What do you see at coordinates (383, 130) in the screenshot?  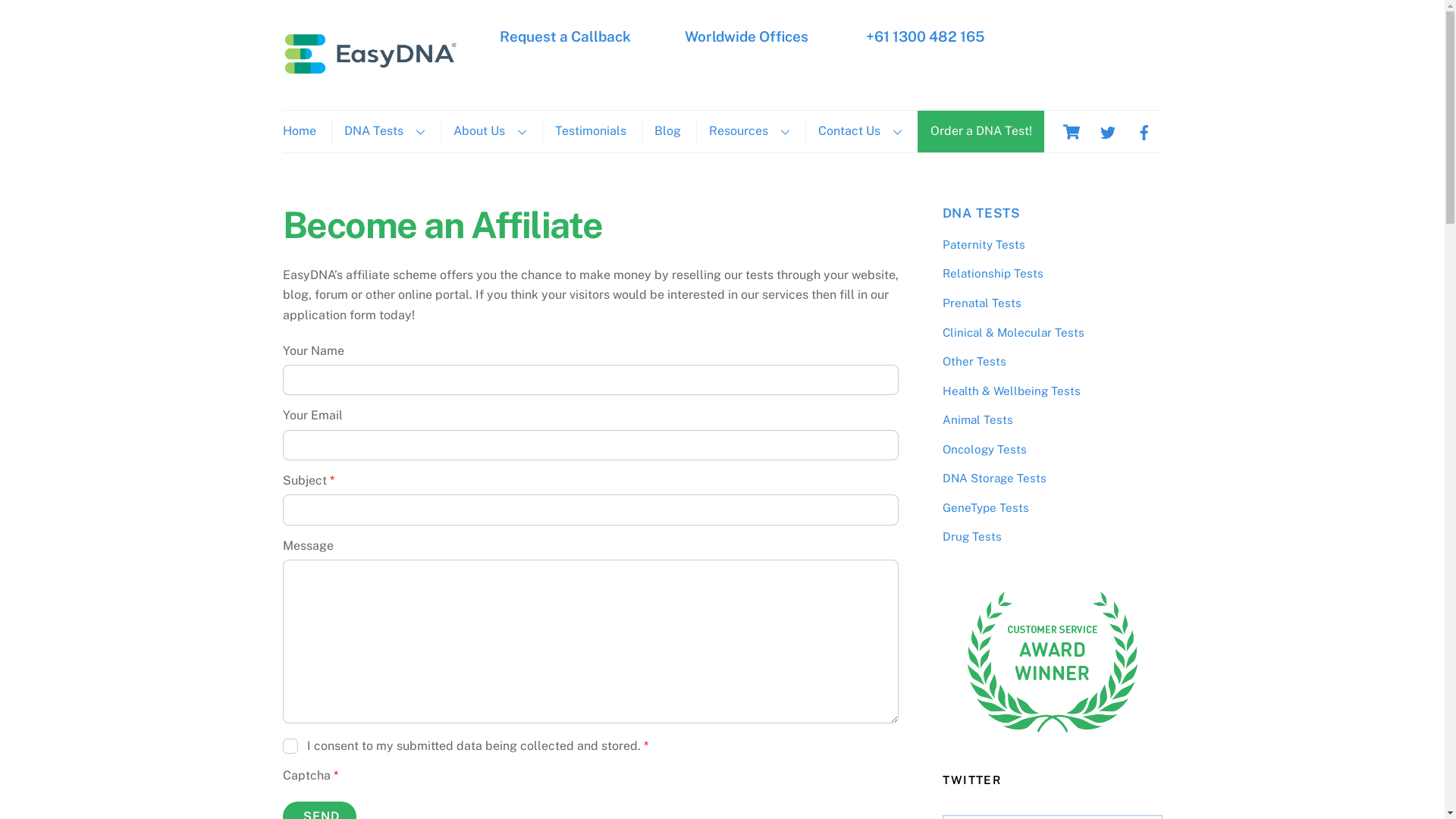 I see `'DNA Tests'` at bounding box center [383, 130].